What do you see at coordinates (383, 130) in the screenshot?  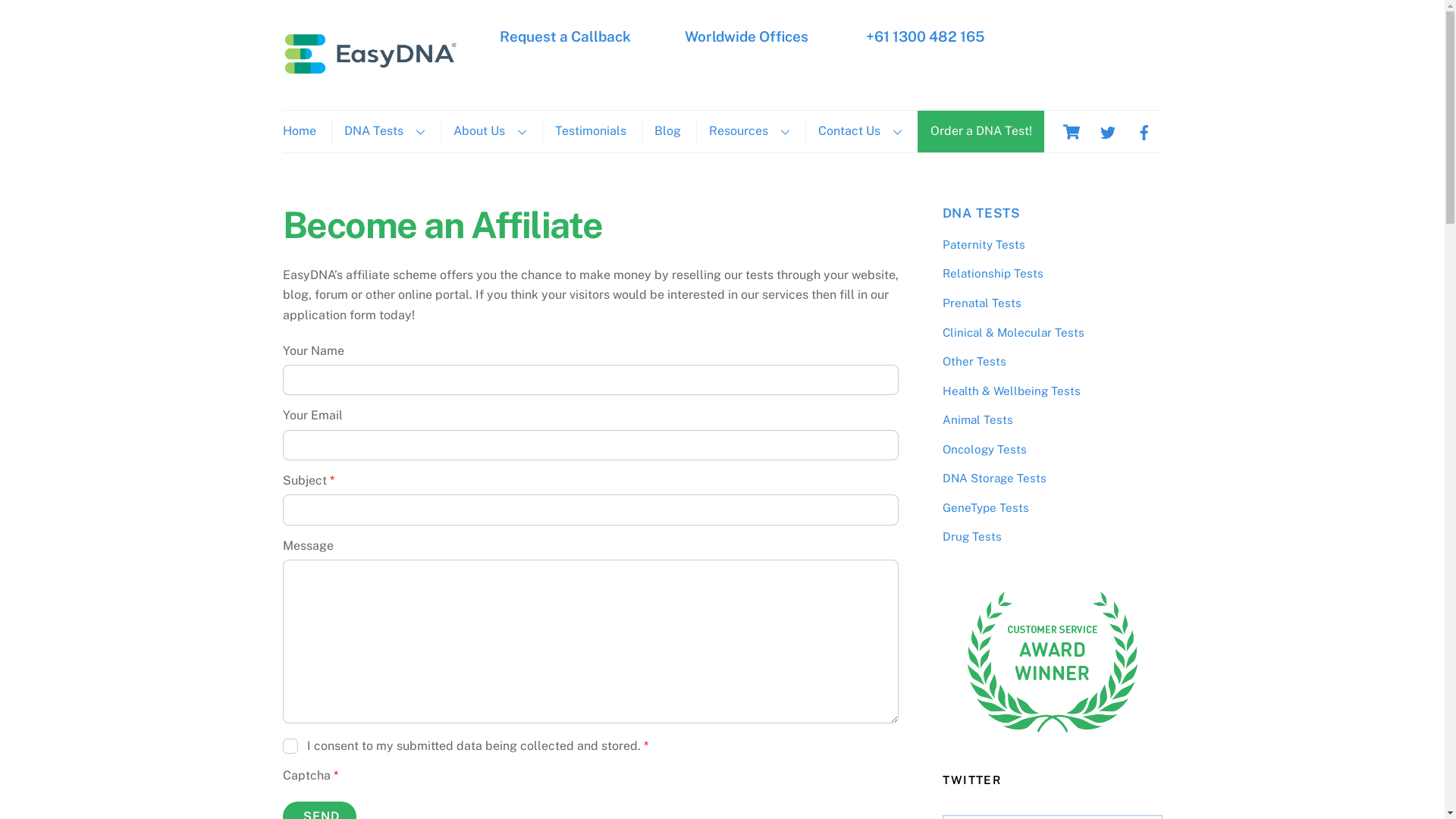 I see `'DNA Tests'` at bounding box center [383, 130].